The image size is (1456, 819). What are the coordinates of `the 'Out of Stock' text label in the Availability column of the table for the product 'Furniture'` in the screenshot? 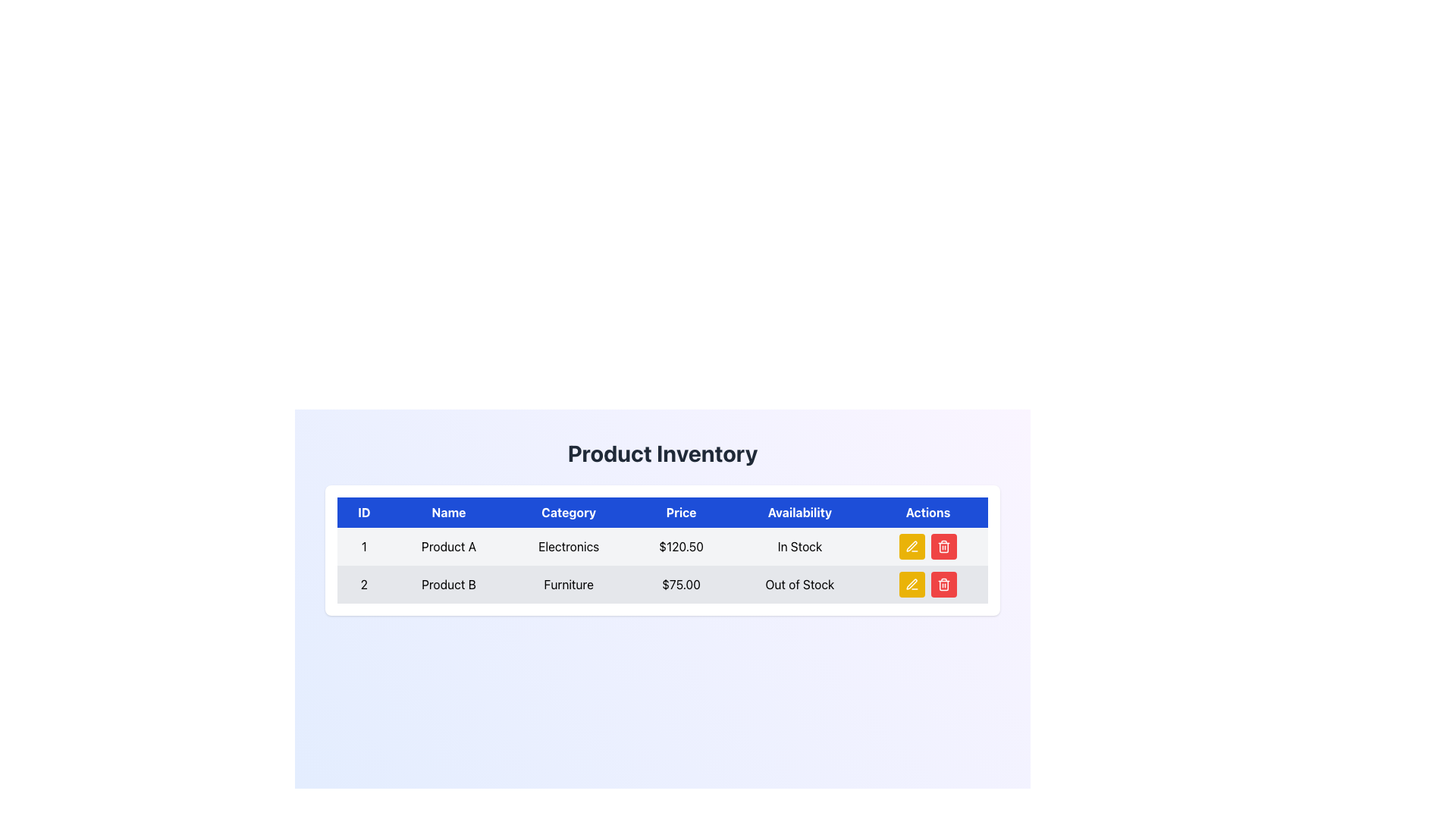 It's located at (799, 584).